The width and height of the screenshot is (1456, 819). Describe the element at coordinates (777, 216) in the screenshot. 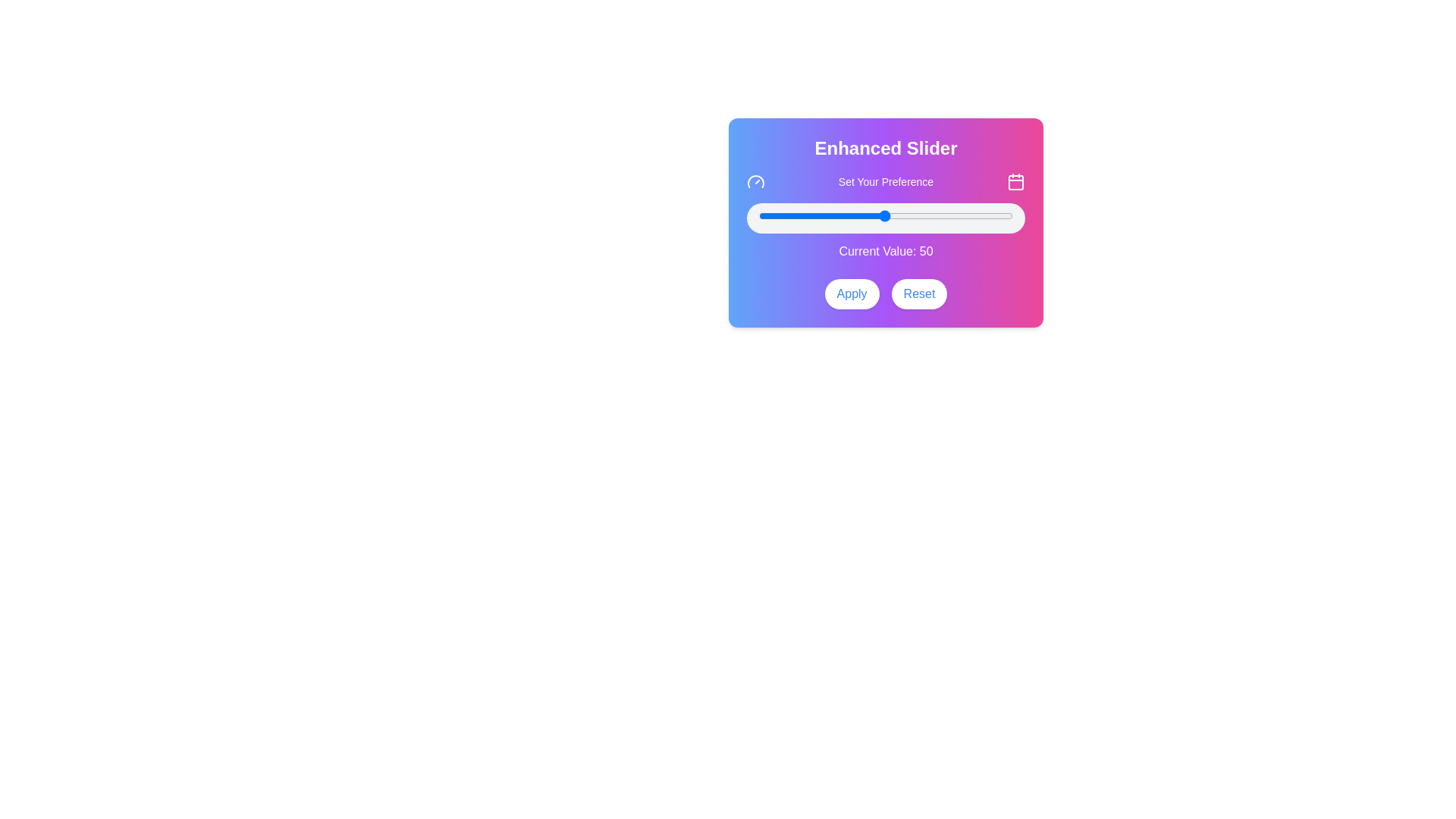

I see `the slider value` at that location.